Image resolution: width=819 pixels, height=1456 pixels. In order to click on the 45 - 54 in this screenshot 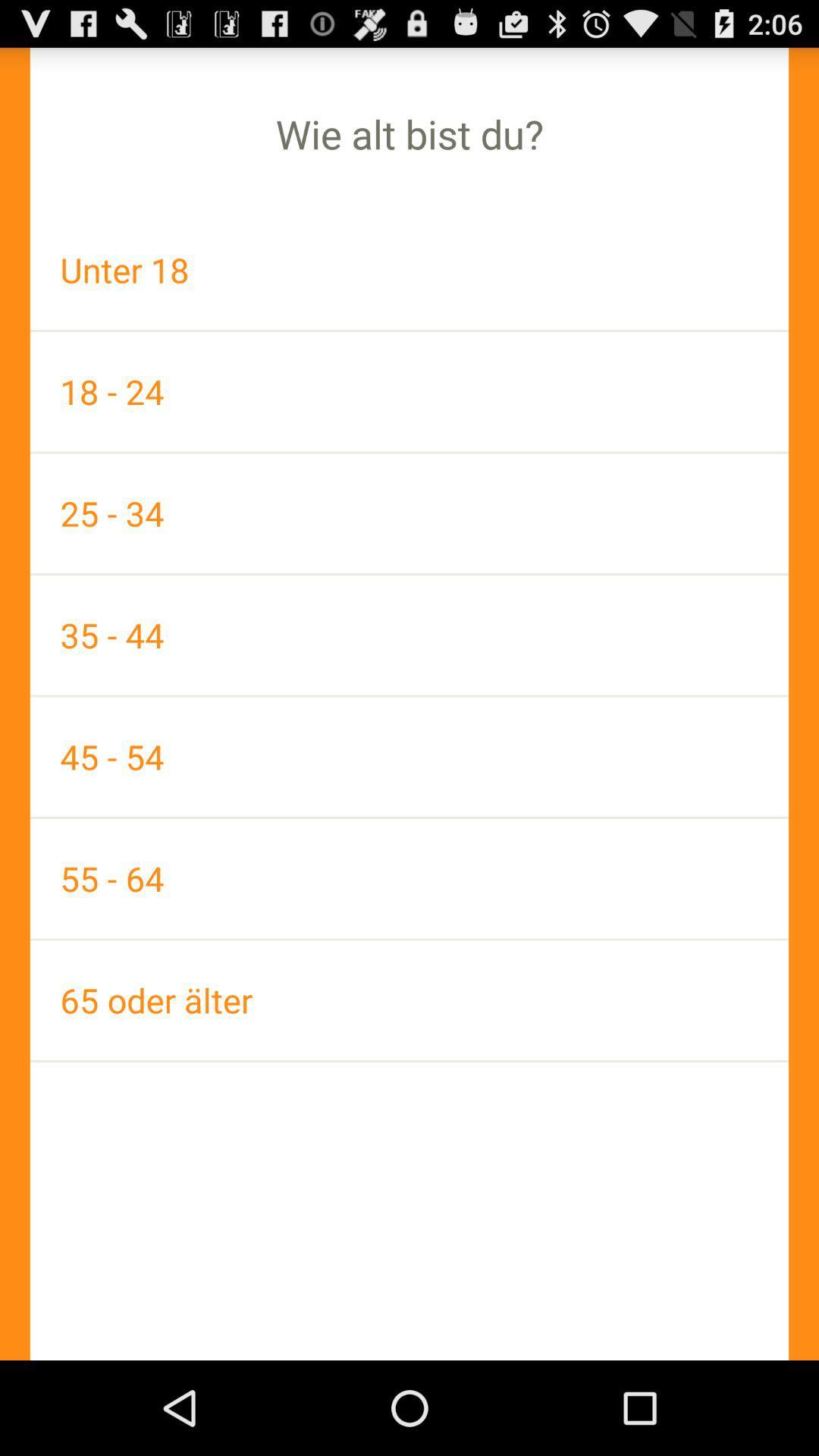, I will do `click(409, 757)`.